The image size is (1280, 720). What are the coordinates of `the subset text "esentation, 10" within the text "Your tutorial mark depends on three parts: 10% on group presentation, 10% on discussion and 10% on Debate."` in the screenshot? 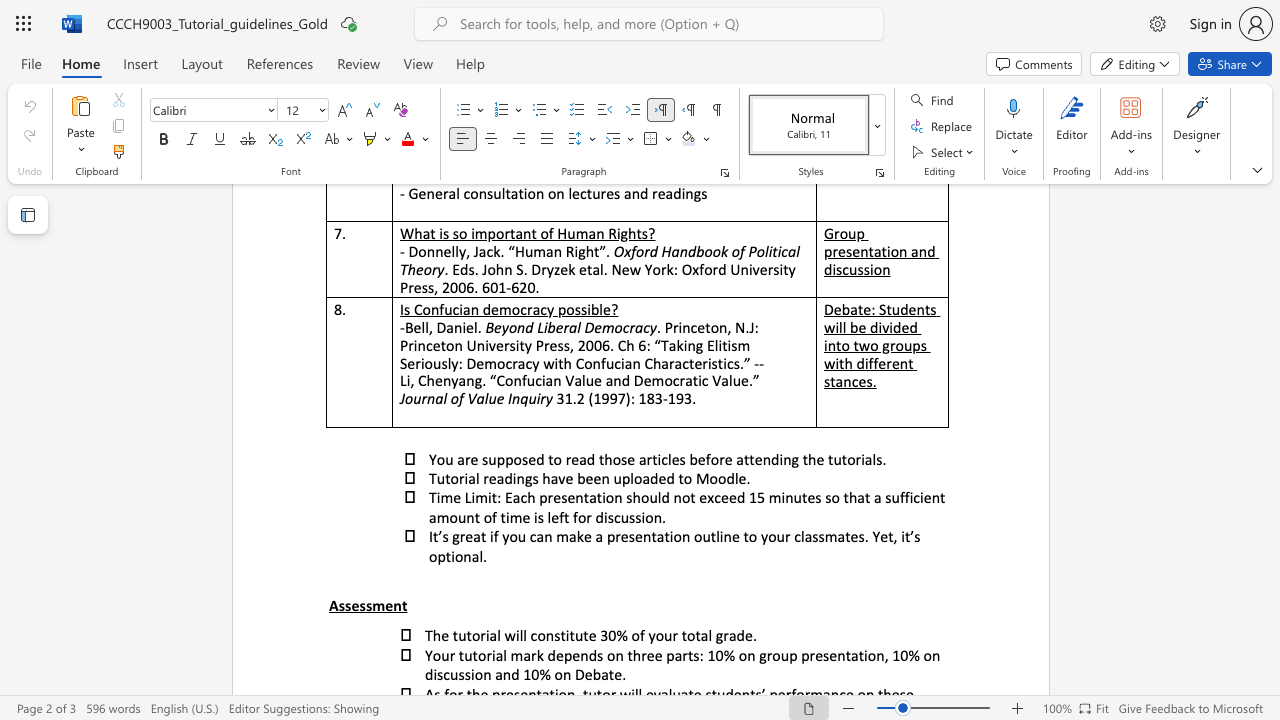 It's located at (815, 655).